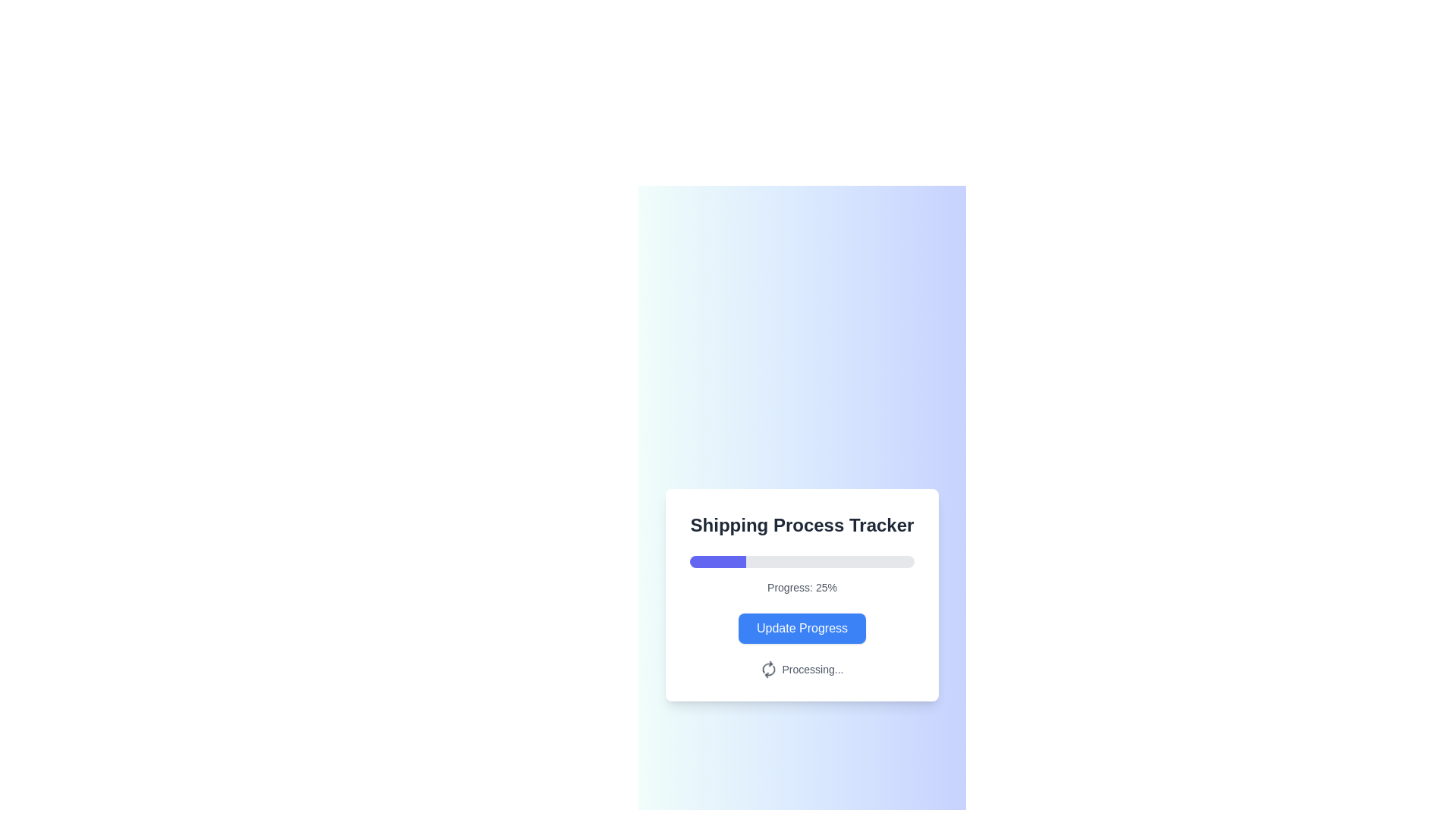 The width and height of the screenshot is (1456, 819). What do you see at coordinates (811, 669) in the screenshot?
I see `the status indicator text label located at the bottom of the card interface, adjacent to the left of the spinning refresh icon` at bounding box center [811, 669].